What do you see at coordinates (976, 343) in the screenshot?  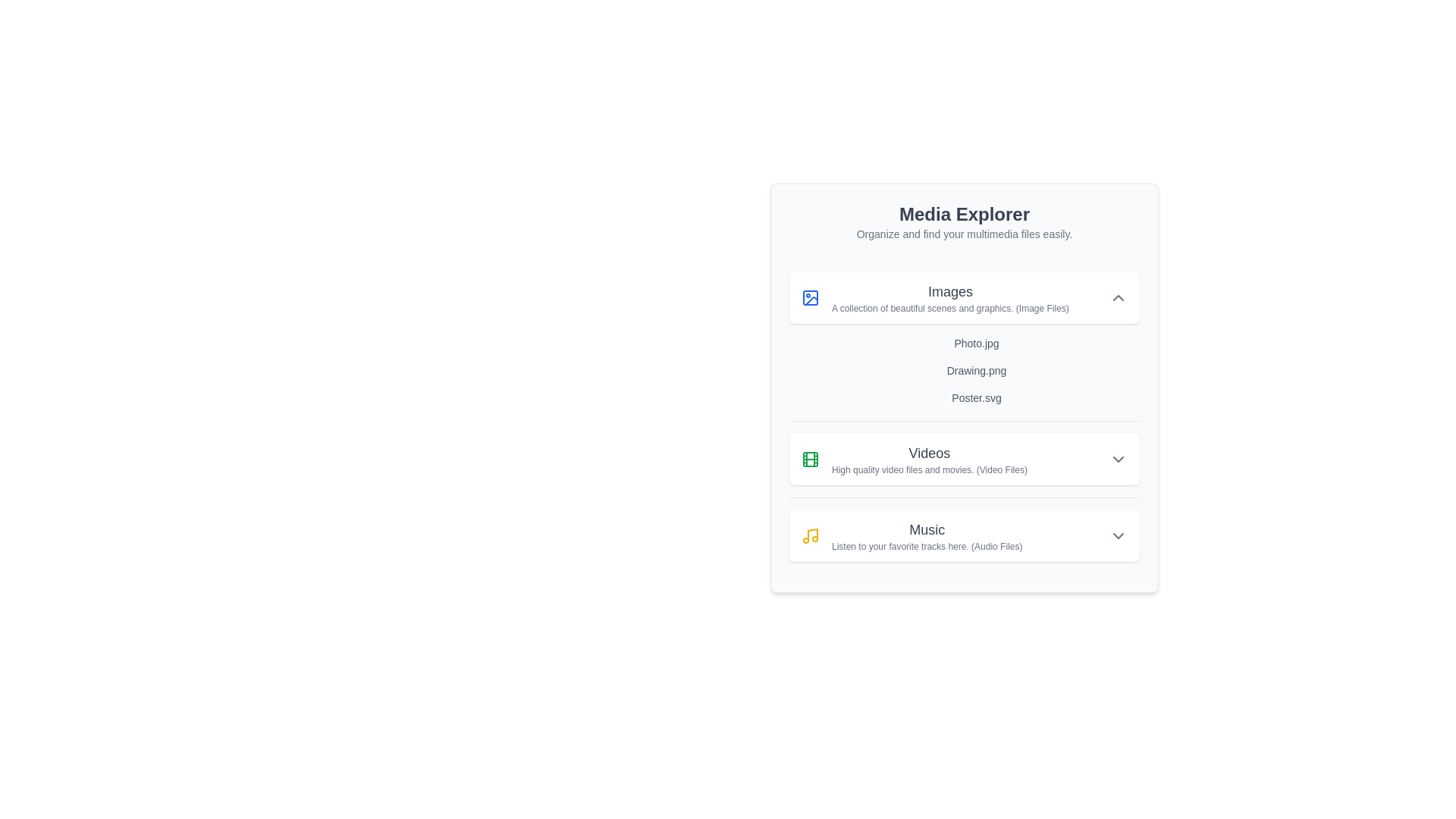 I see `the text label displaying the file name 'Photo.jpg' in the 'Images' category of the Media Explorer` at bounding box center [976, 343].